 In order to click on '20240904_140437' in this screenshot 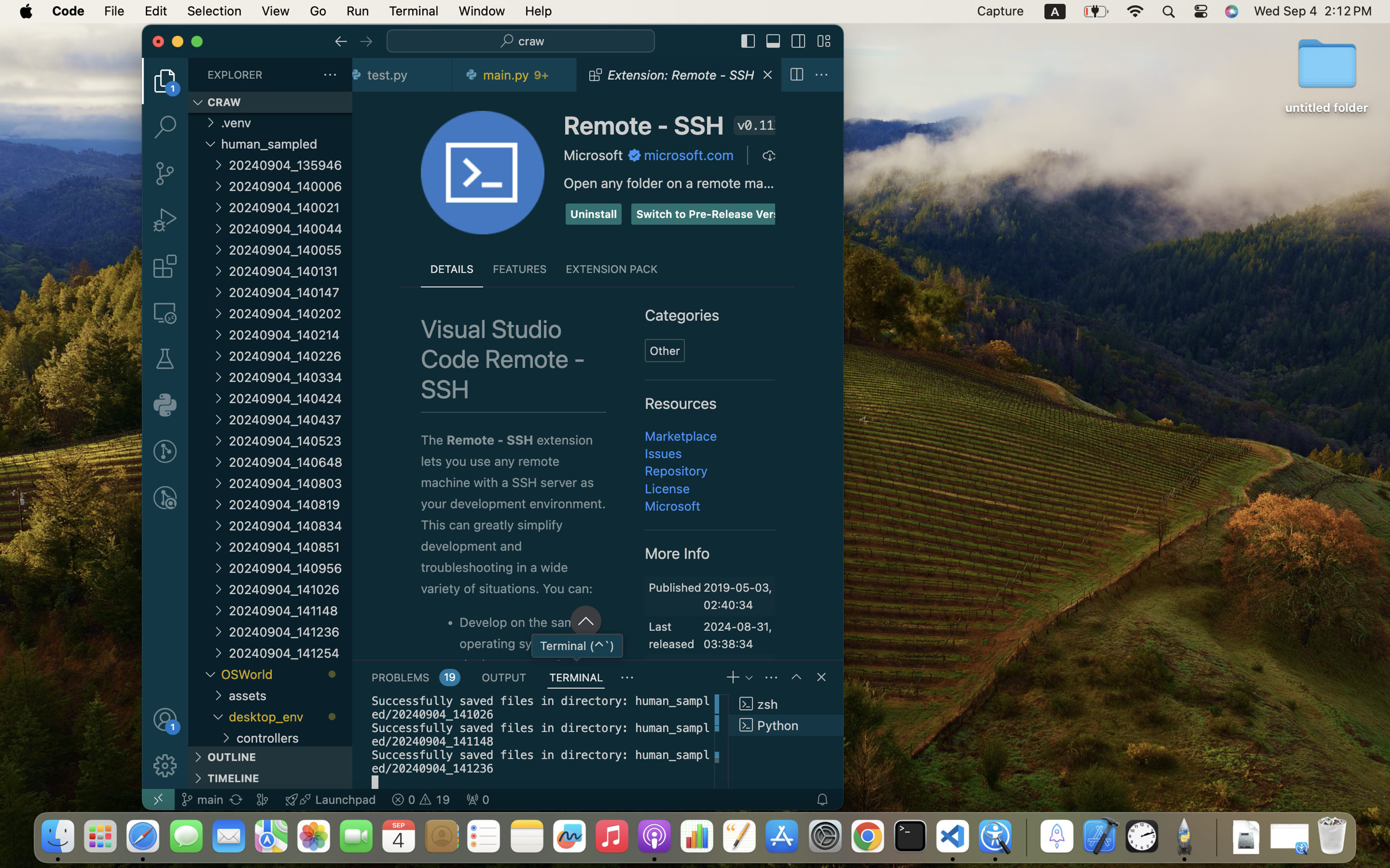, I will do `click(289, 419)`.